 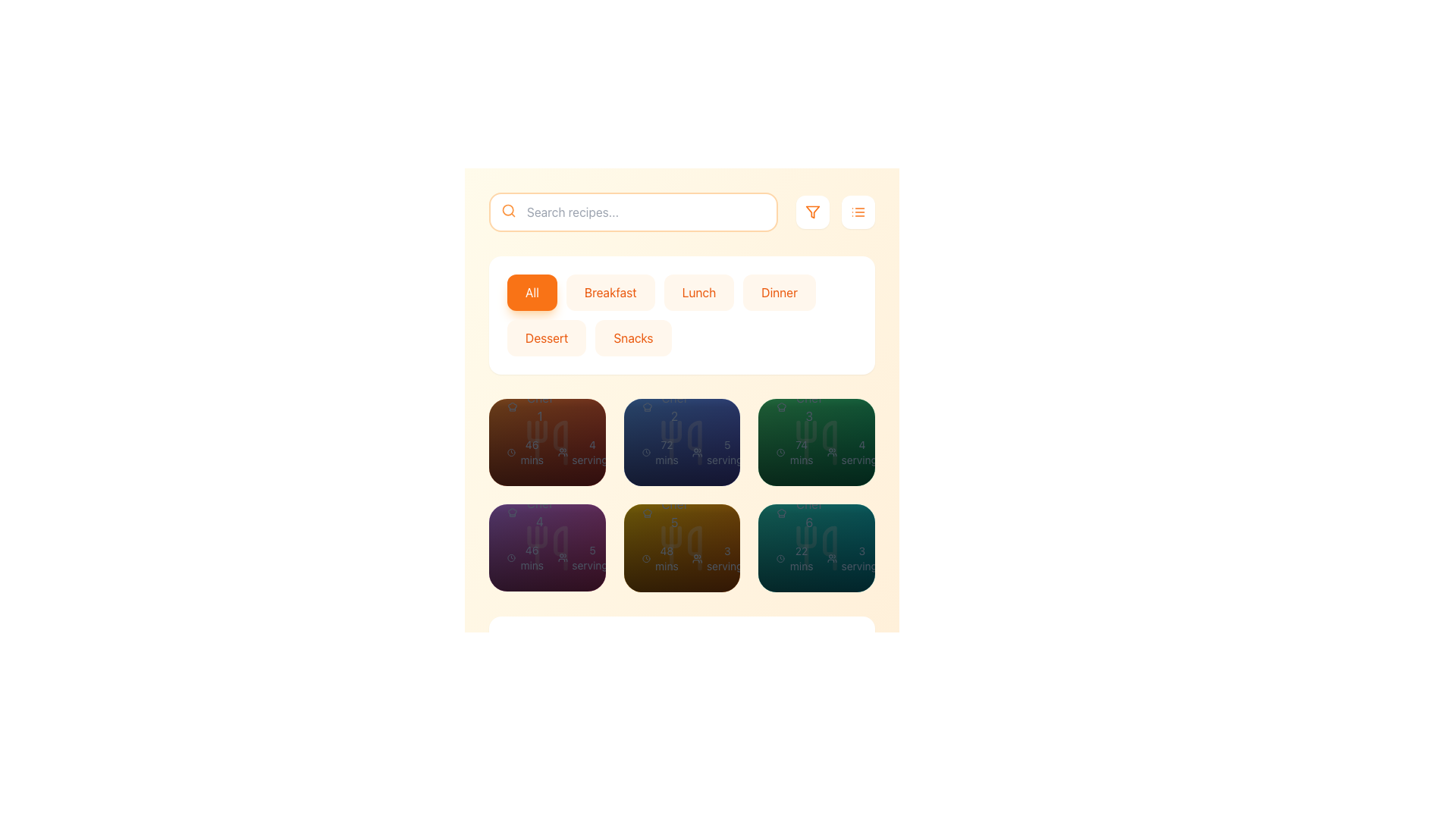 What do you see at coordinates (681, 442) in the screenshot?
I see `the second button from the left in a horizontal group of three buttons located at the bottom of the recipe card interface` at bounding box center [681, 442].